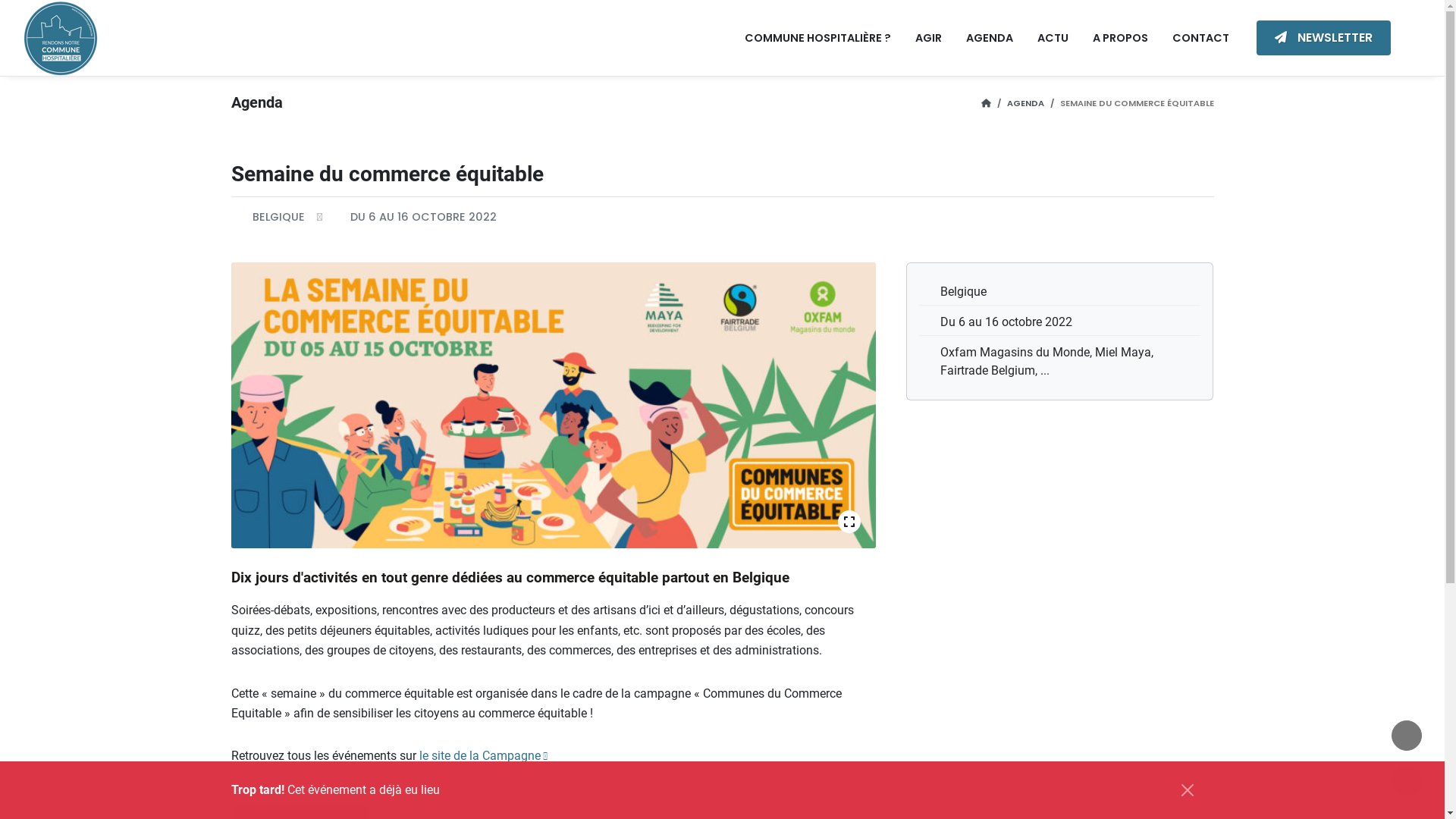 The width and height of the screenshot is (1456, 819). What do you see at coordinates (1323, 37) in the screenshot?
I see `'NEWSLETTER'` at bounding box center [1323, 37].